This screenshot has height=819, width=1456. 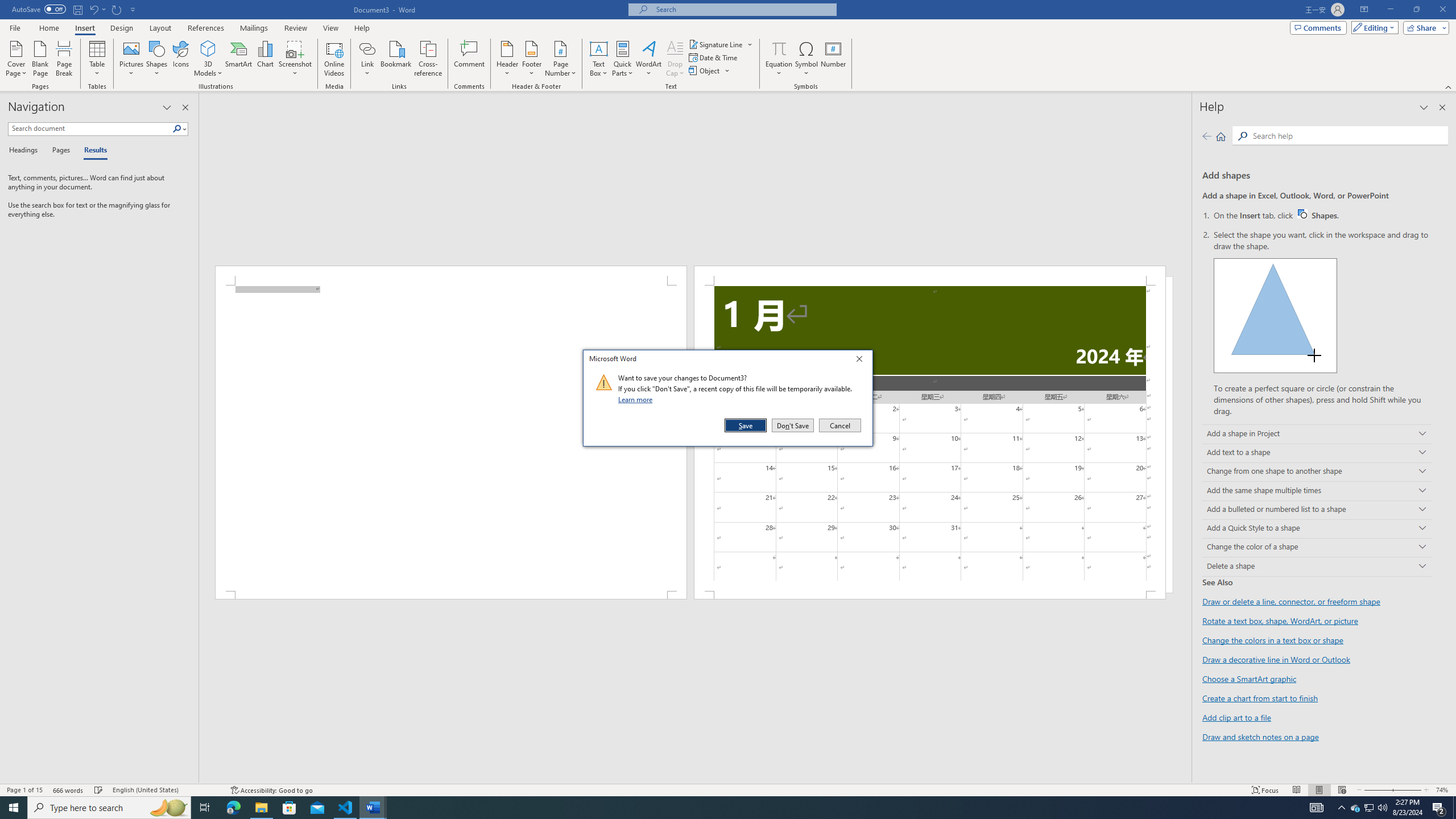 I want to click on 'Table', so click(x=97, y=59).